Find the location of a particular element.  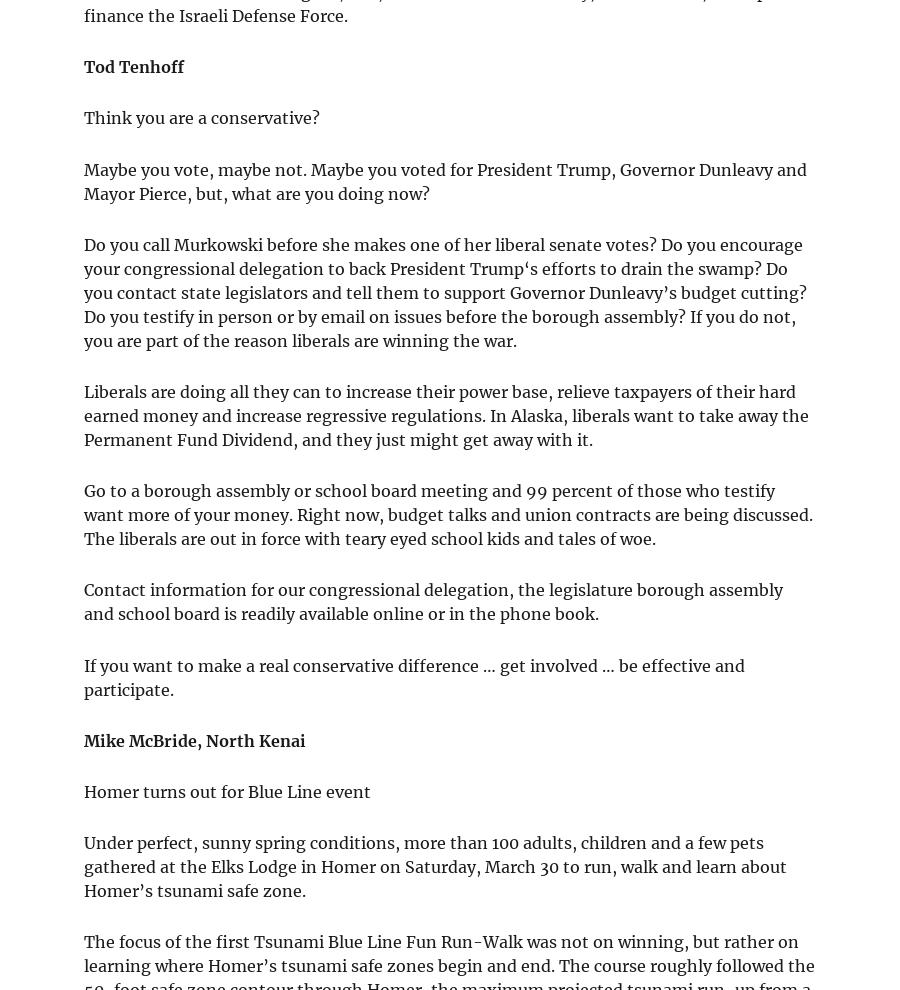

'Mike McBride, North Kenai' is located at coordinates (195, 739).